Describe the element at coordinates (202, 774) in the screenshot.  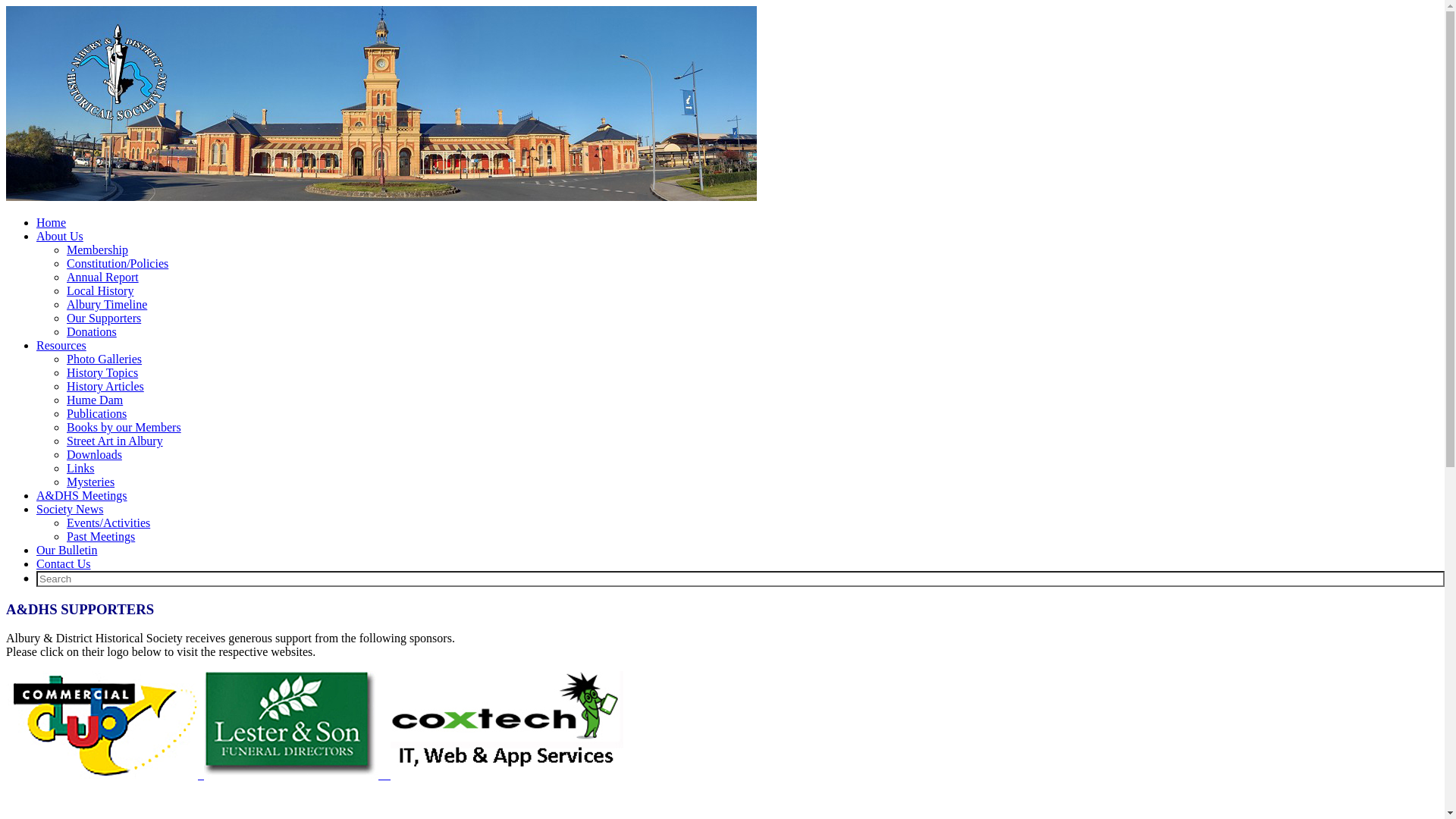
I see `'   '` at that location.